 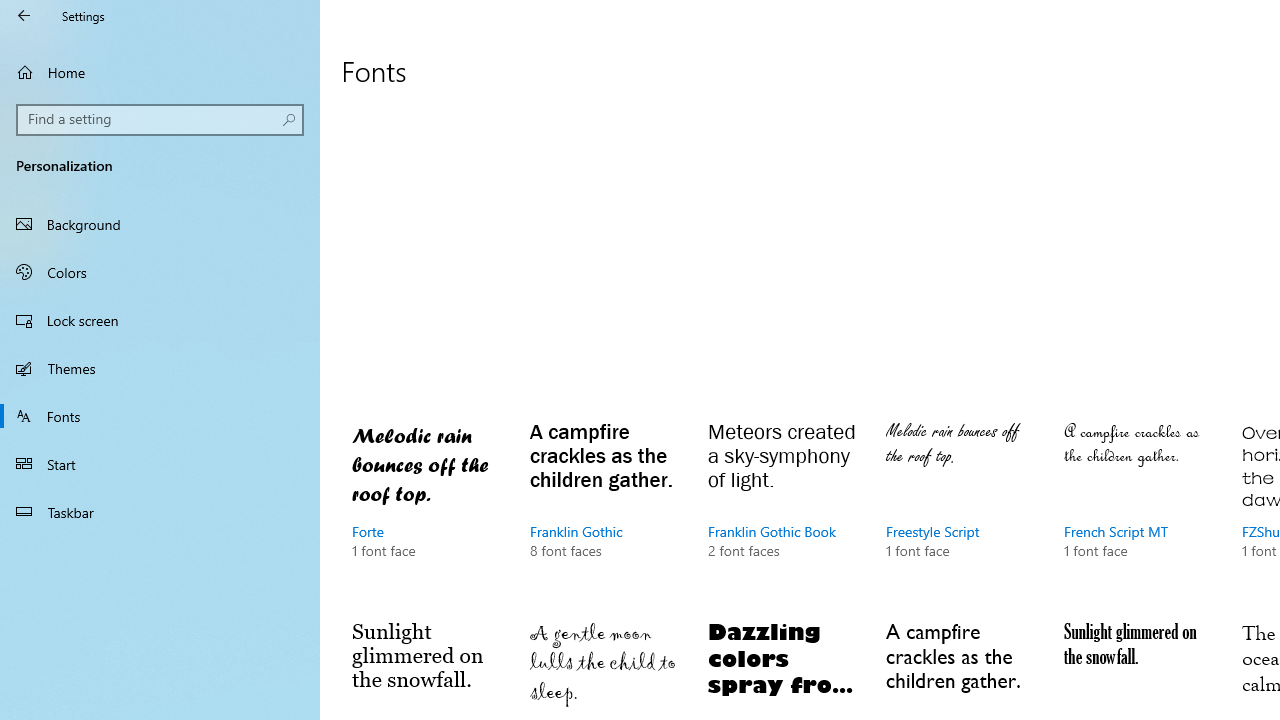 I want to click on 'Franklin Gothic, 8 font faces', so click(x=603, y=508).